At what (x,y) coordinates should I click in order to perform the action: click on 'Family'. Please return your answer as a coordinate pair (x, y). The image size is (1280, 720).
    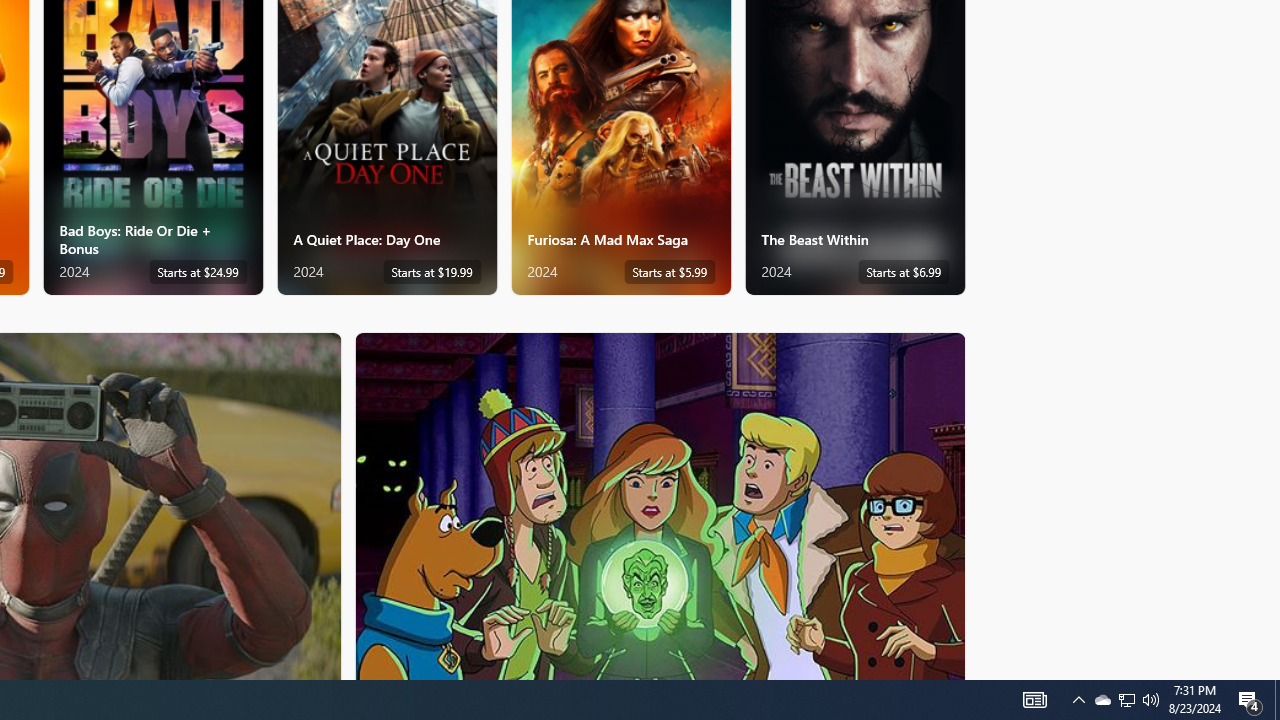
    Looking at the image, I should click on (660, 504).